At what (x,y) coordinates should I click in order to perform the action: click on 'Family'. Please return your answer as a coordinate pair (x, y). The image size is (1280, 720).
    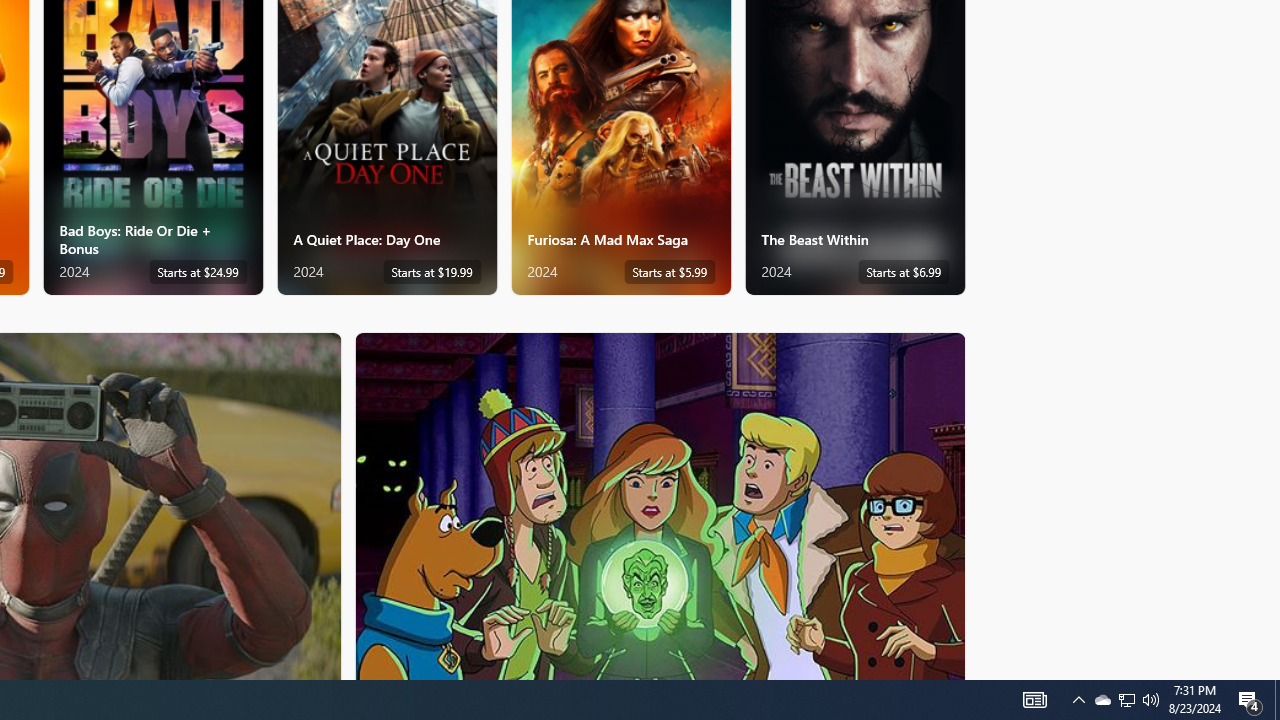
    Looking at the image, I should click on (660, 504).